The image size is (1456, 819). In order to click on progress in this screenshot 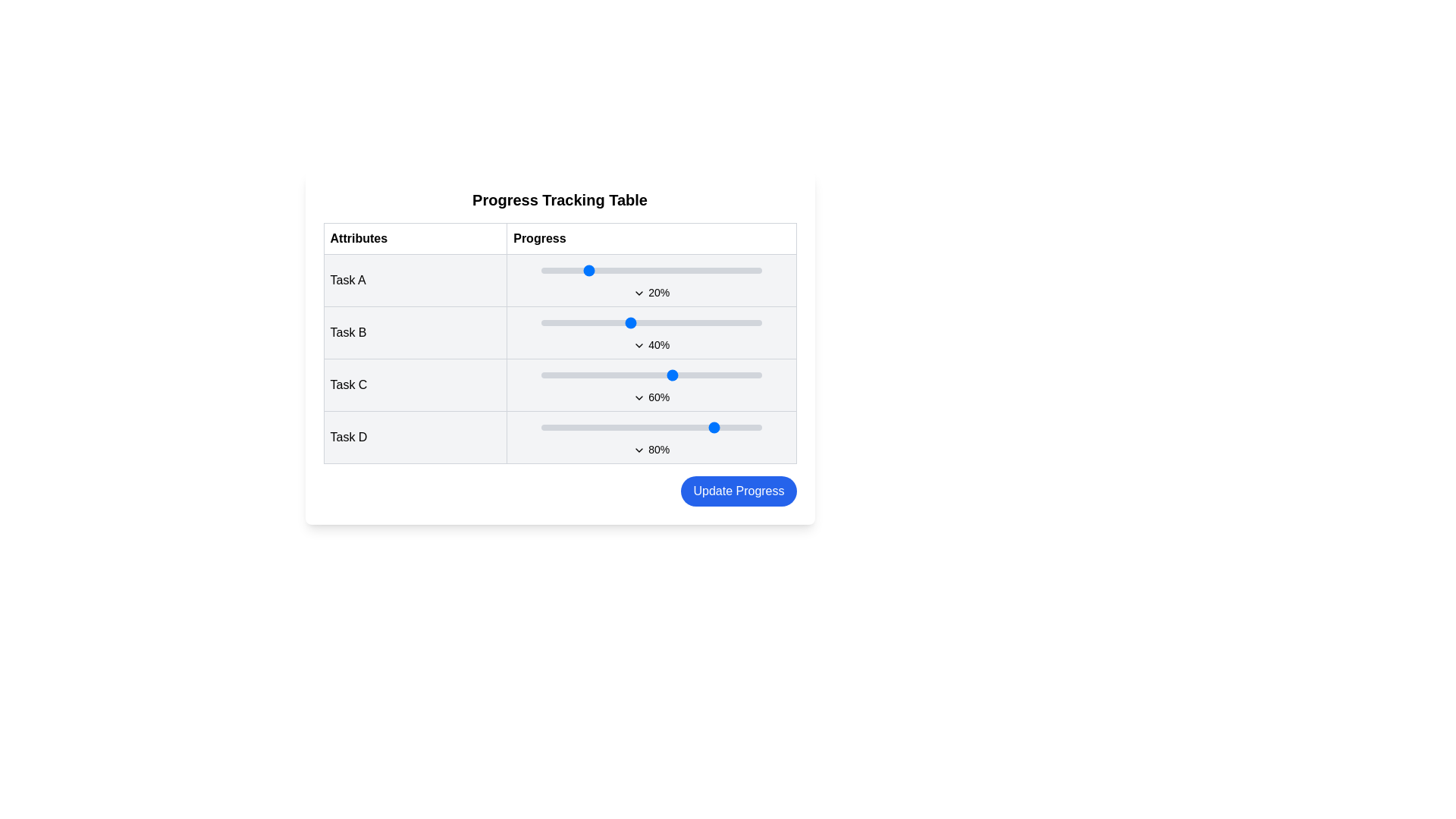, I will do `click(654, 322)`.